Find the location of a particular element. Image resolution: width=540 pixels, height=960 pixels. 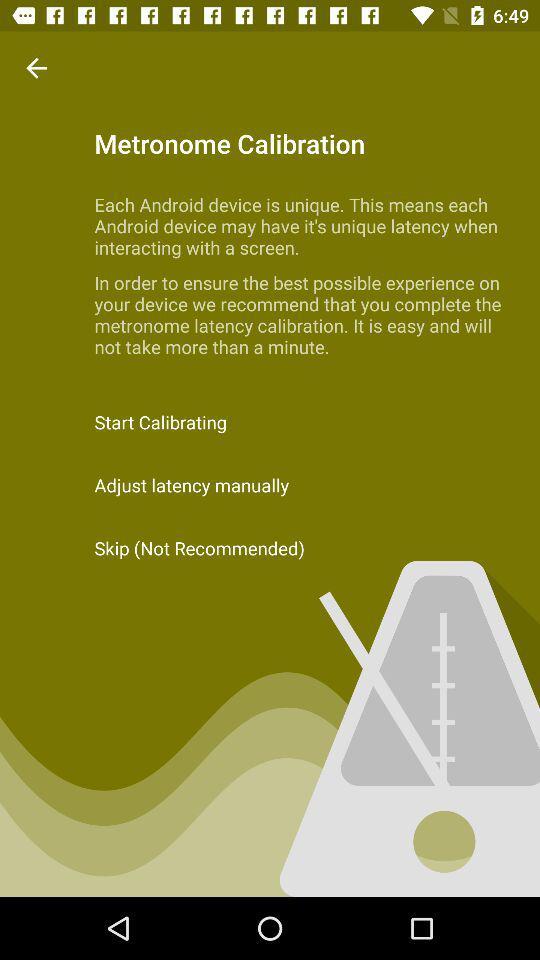

adjust latency manually item is located at coordinates (270, 484).